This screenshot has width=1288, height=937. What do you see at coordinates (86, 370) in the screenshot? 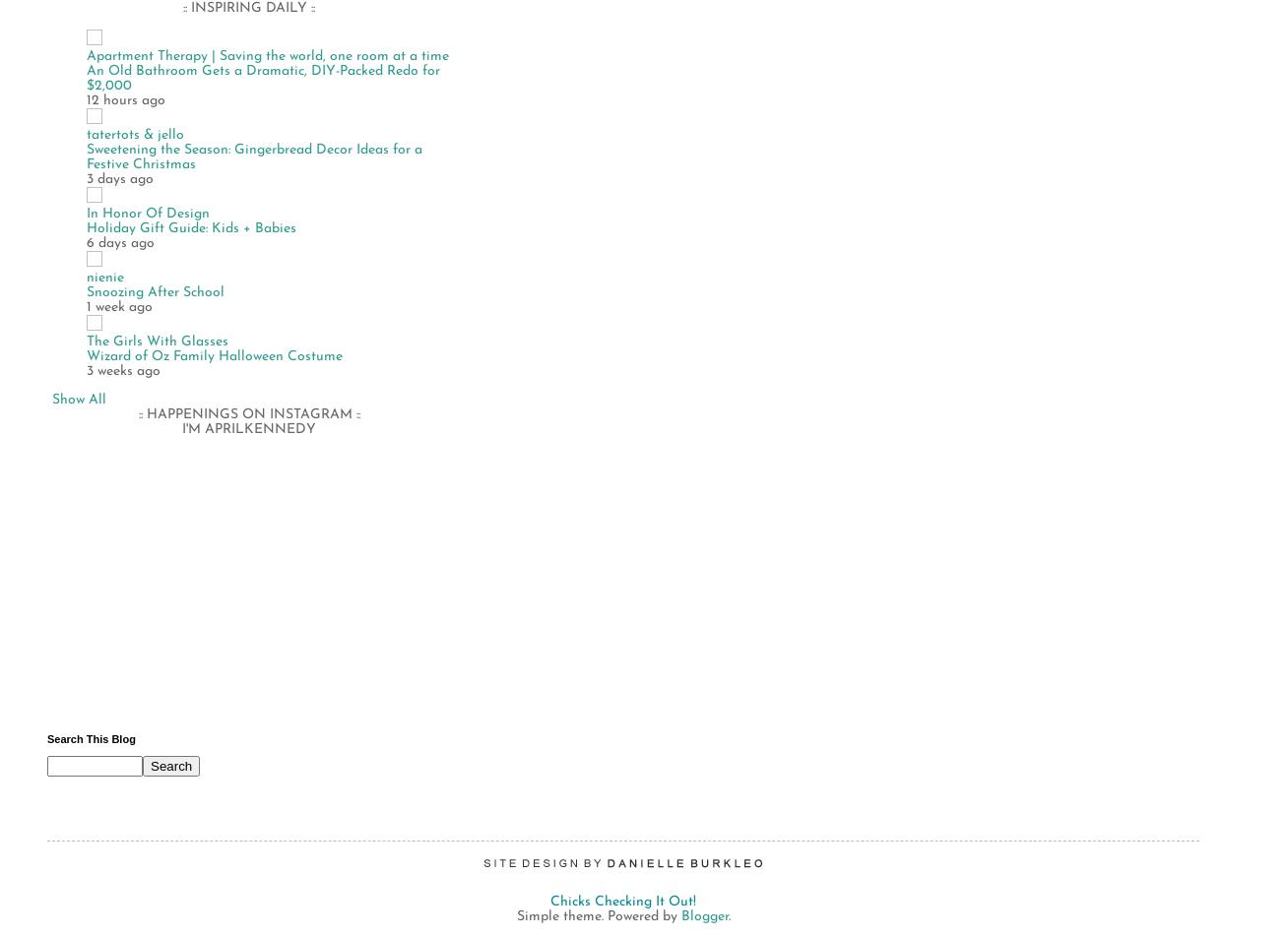
I see `'3 weeks ago'` at bounding box center [86, 370].